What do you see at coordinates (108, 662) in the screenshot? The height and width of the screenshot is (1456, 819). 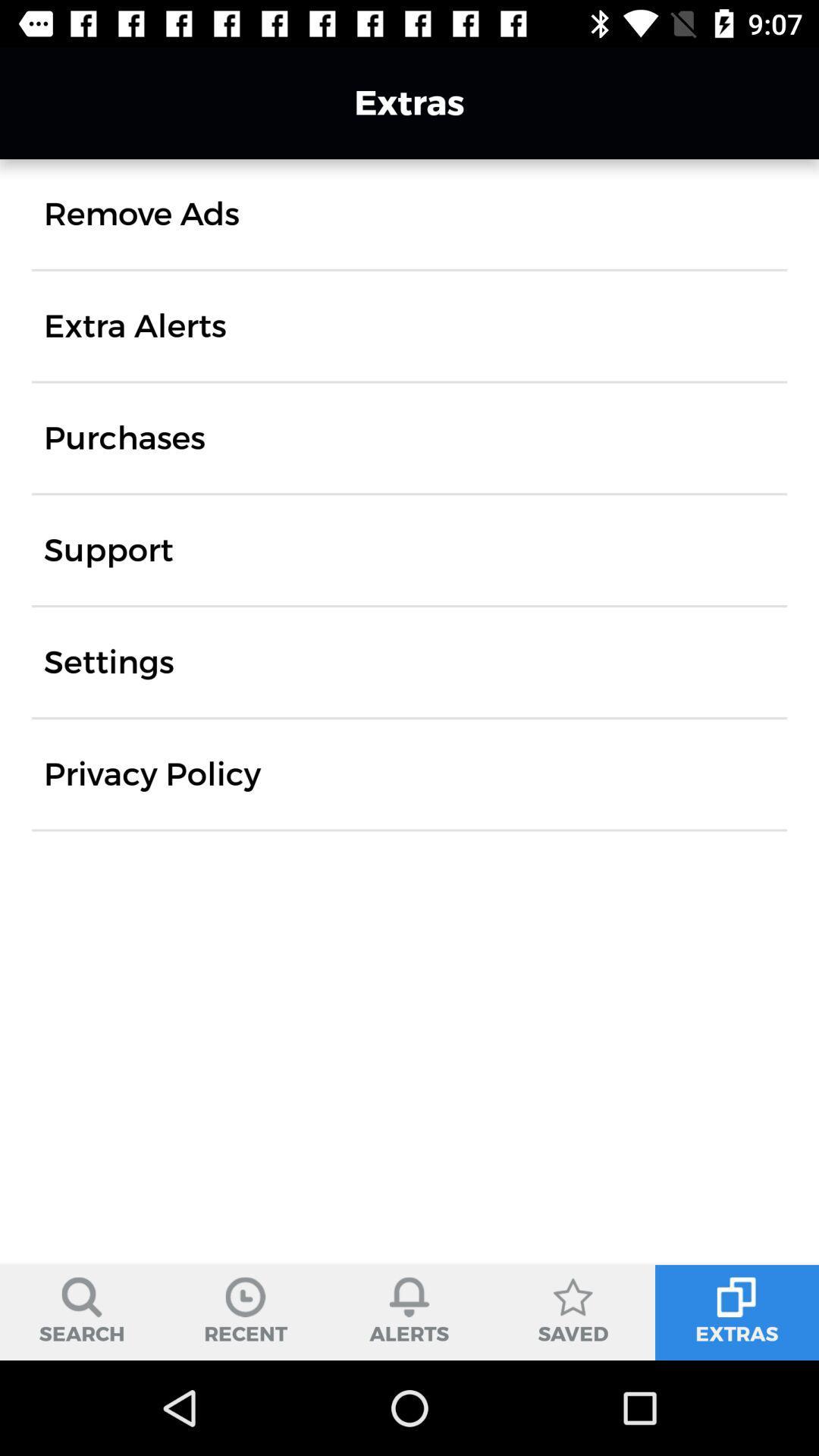 I see `the item above privacy policy item` at bounding box center [108, 662].